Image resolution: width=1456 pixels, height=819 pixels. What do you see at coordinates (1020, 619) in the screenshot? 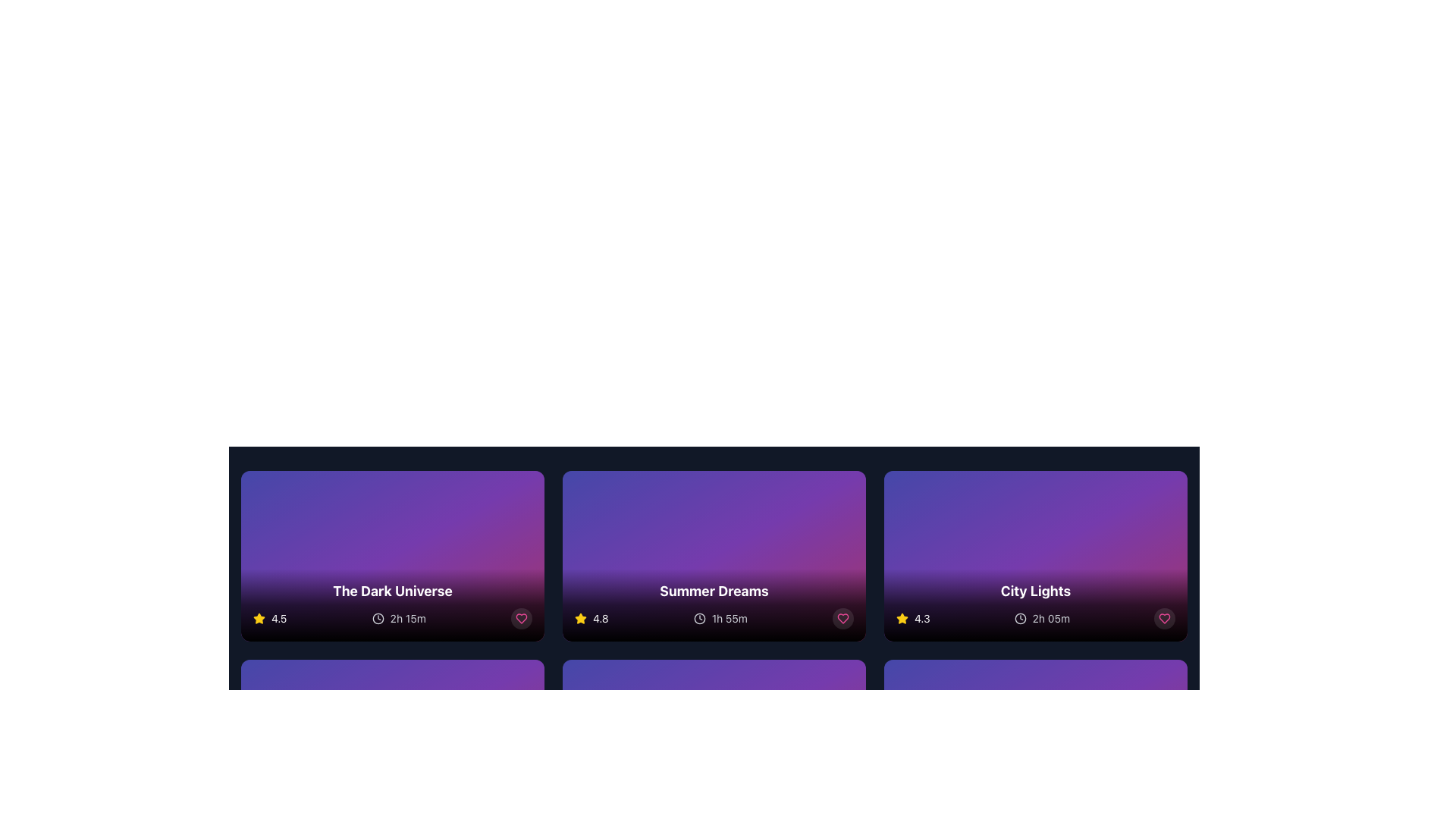
I see `the inner circular part of the clock icon located within the City Lights card, which is the third card in the top row of the displayed grid` at bounding box center [1020, 619].